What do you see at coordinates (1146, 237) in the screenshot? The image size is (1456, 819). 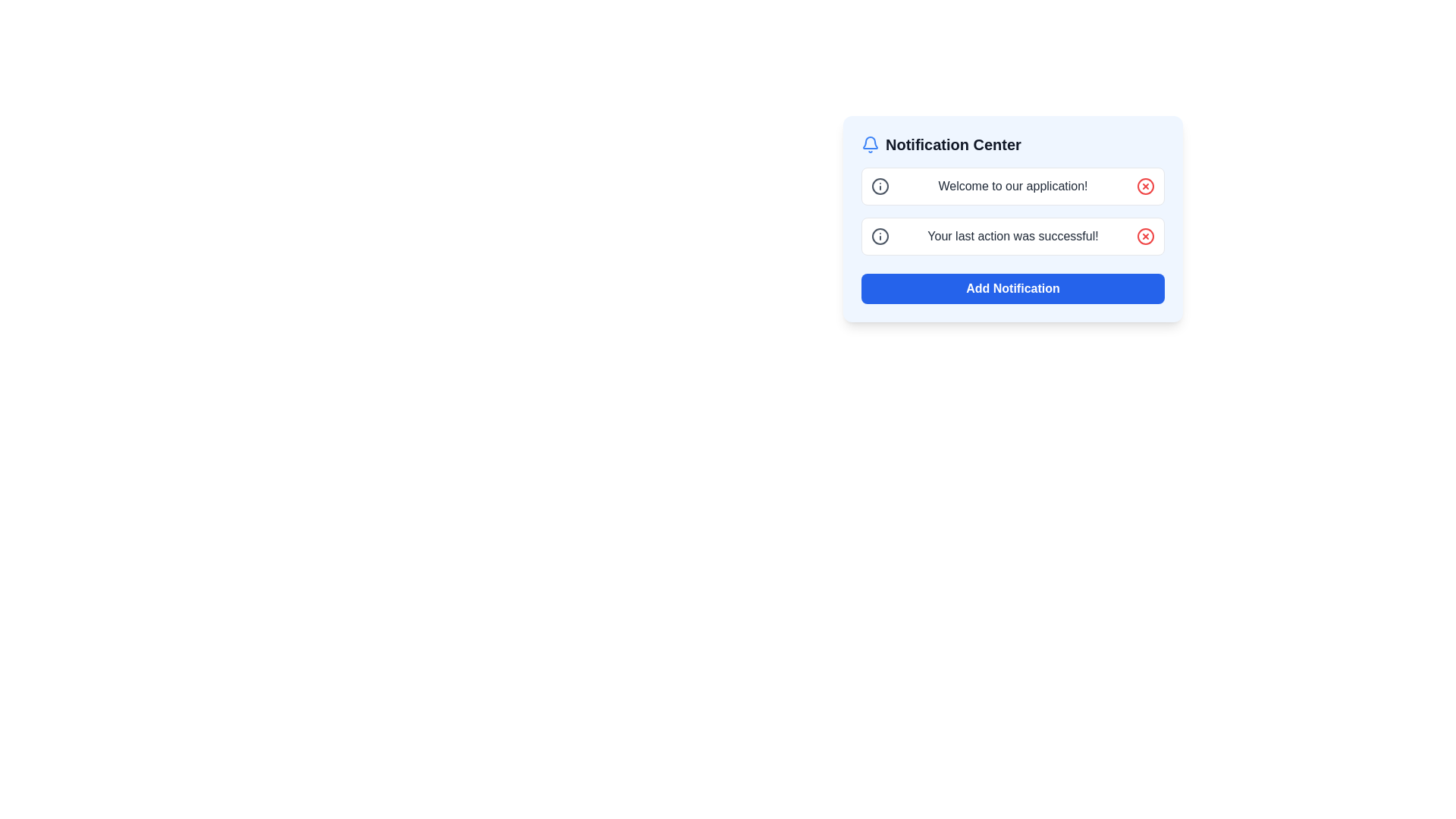 I see `the Icon button located to the far right of the second notification item in the notification list for keyboard interaction` at bounding box center [1146, 237].